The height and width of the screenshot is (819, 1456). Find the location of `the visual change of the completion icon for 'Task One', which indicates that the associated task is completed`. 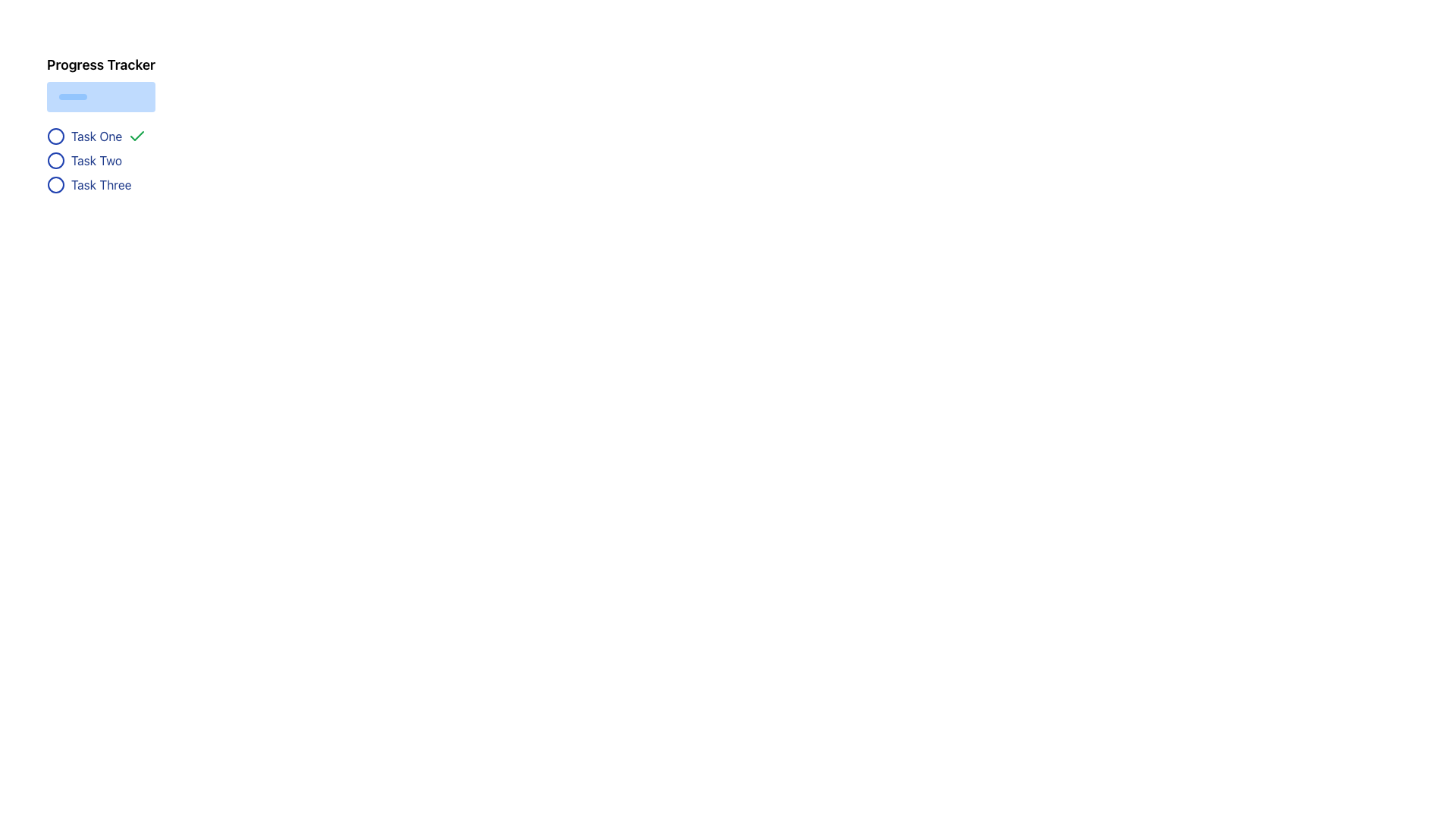

the visual change of the completion icon for 'Task One', which indicates that the associated task is completed is located at coordinates (137, 135).